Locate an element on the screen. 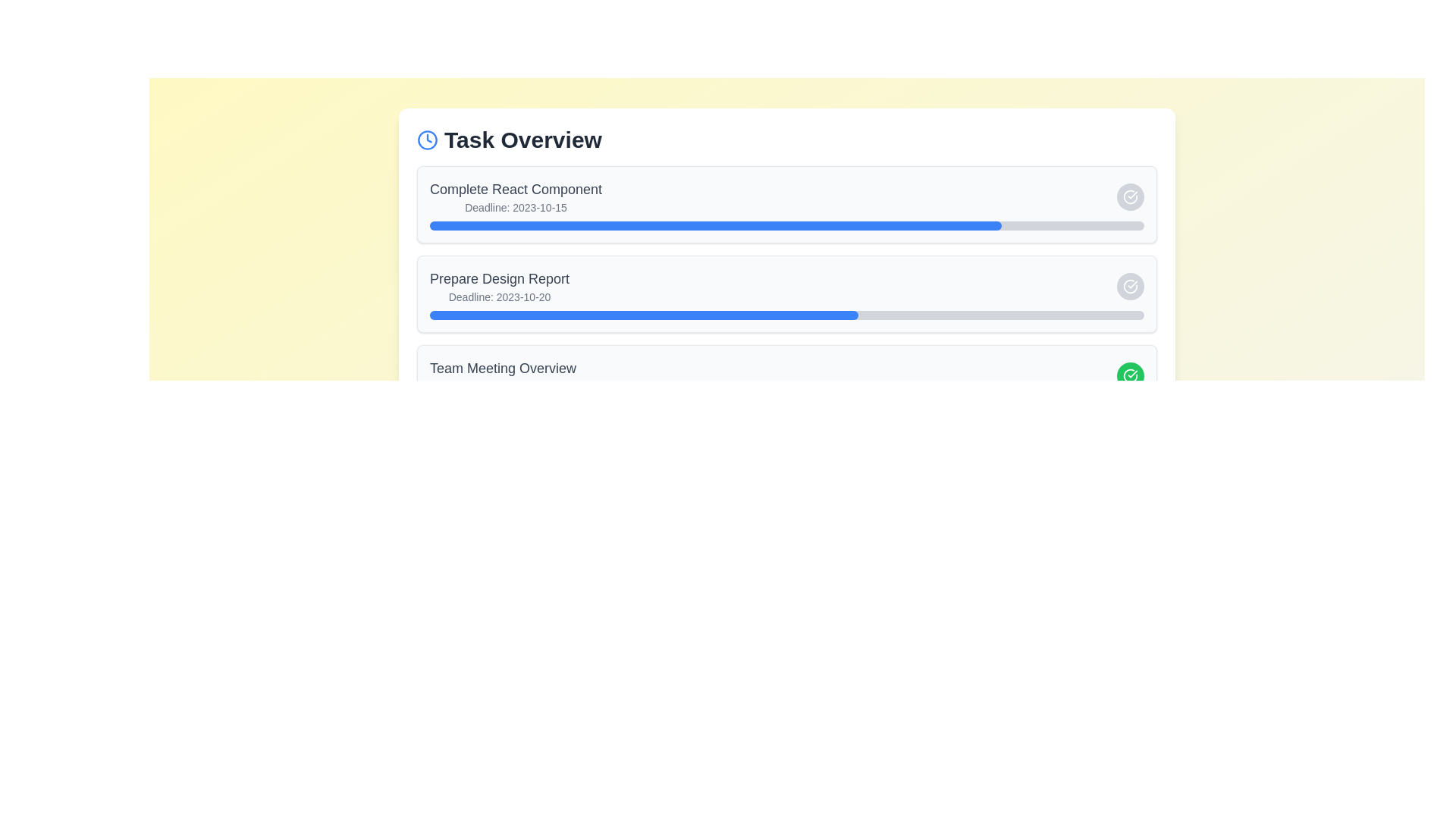 Image resolution: width=1456 pixels, height=819 pixels. the 'Task Overview' text element, which serves as a title or heading for the task section, located to the right of a clock icon is located at coordinates (522, 140).